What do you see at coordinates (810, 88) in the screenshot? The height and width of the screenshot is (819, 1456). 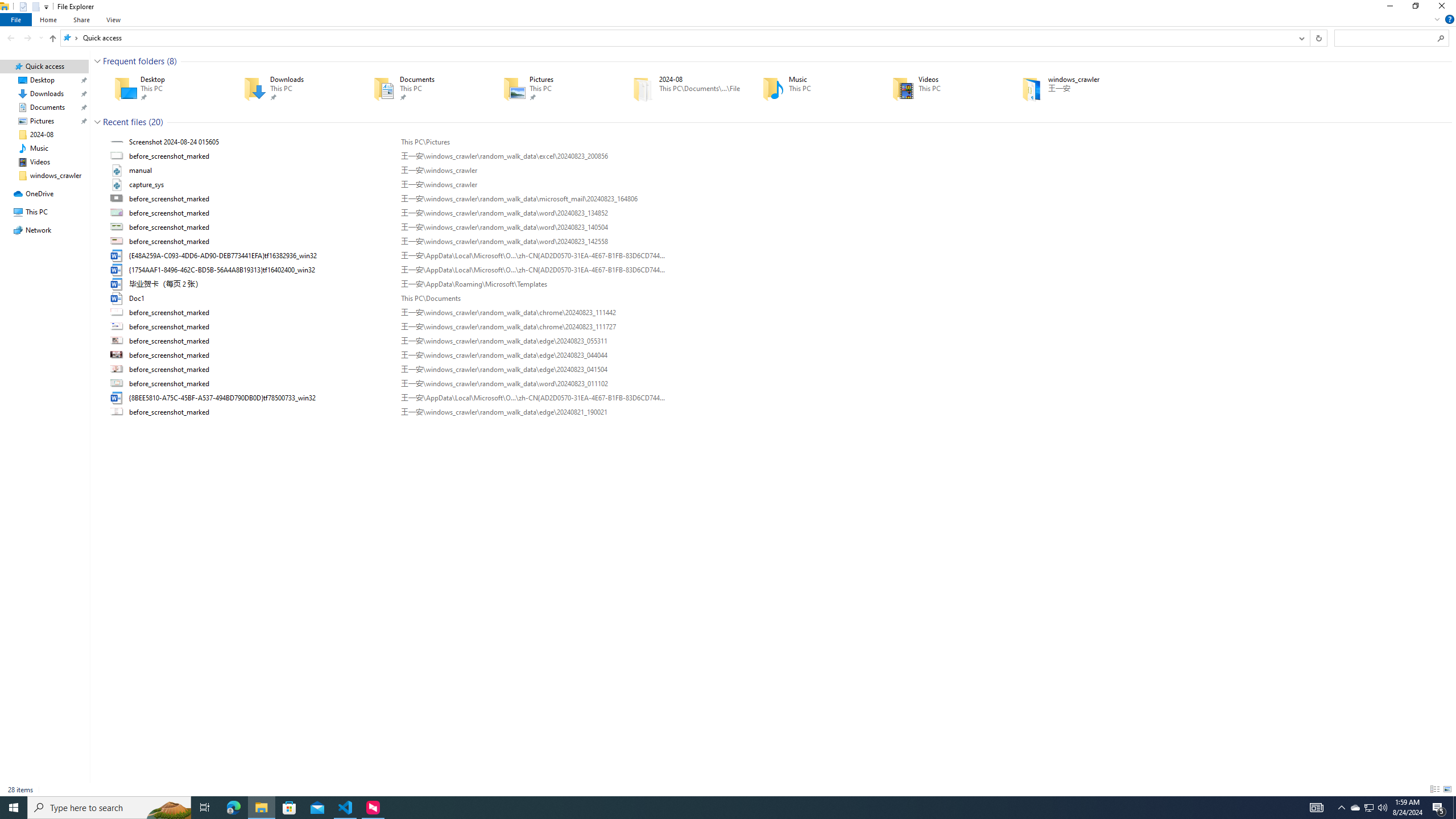 I see `'Music'` at bounding box center [810, 88].